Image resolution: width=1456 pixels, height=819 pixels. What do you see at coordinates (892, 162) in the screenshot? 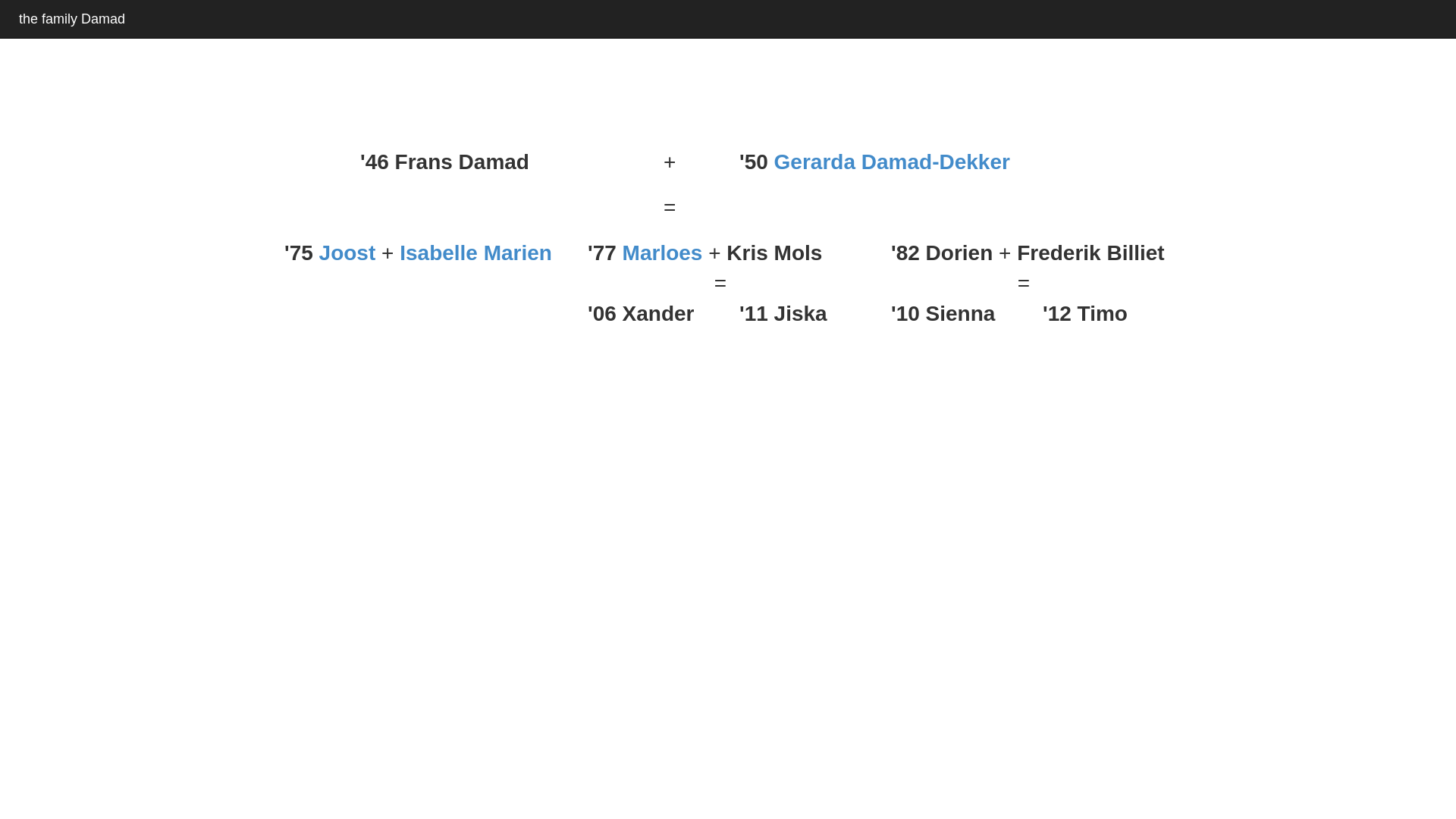
I see `'Gerarda Damad-Dekker'` at bounding box center [892, 162].